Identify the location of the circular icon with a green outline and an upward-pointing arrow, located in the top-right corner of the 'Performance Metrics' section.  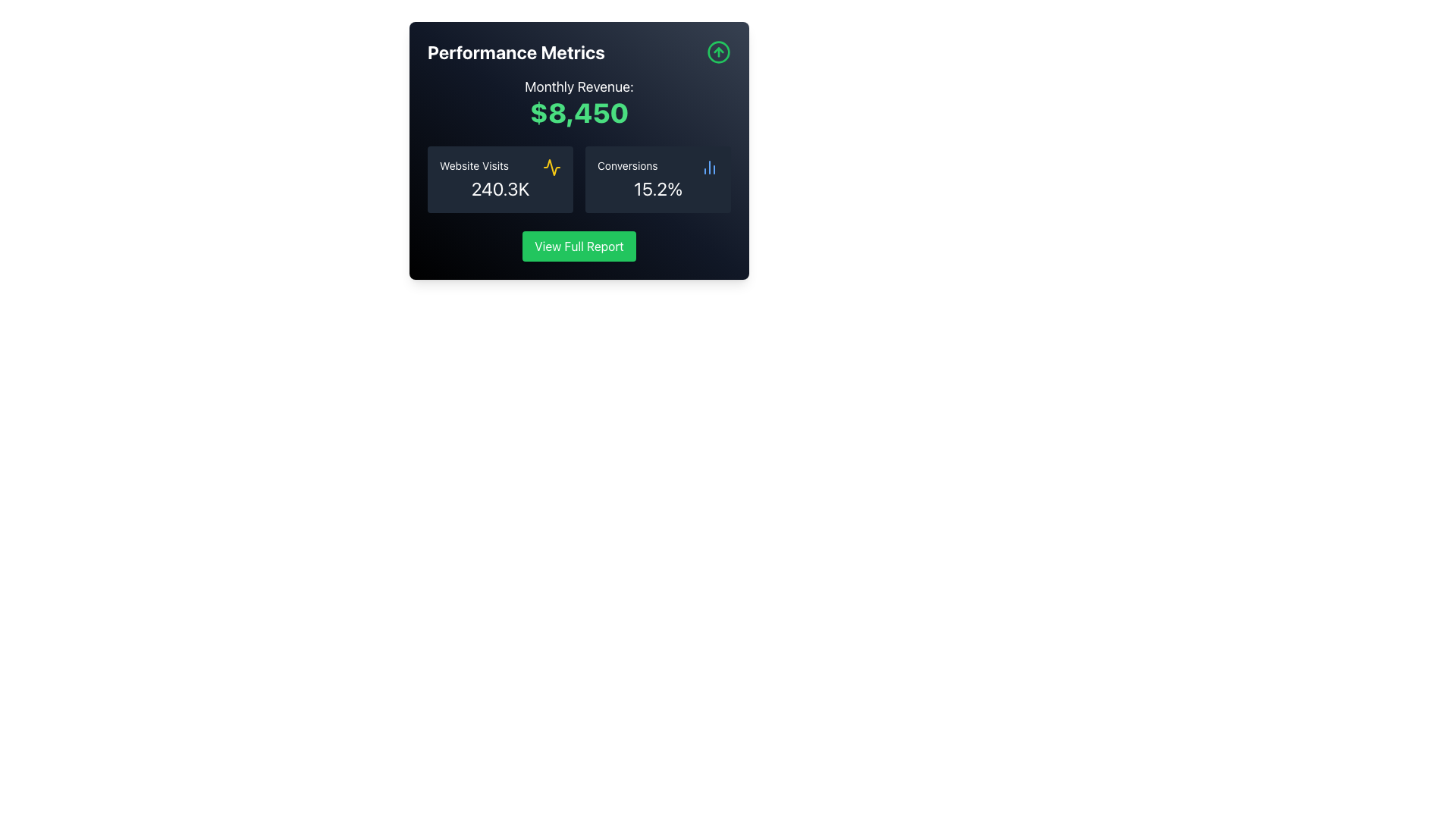
(718, 52).